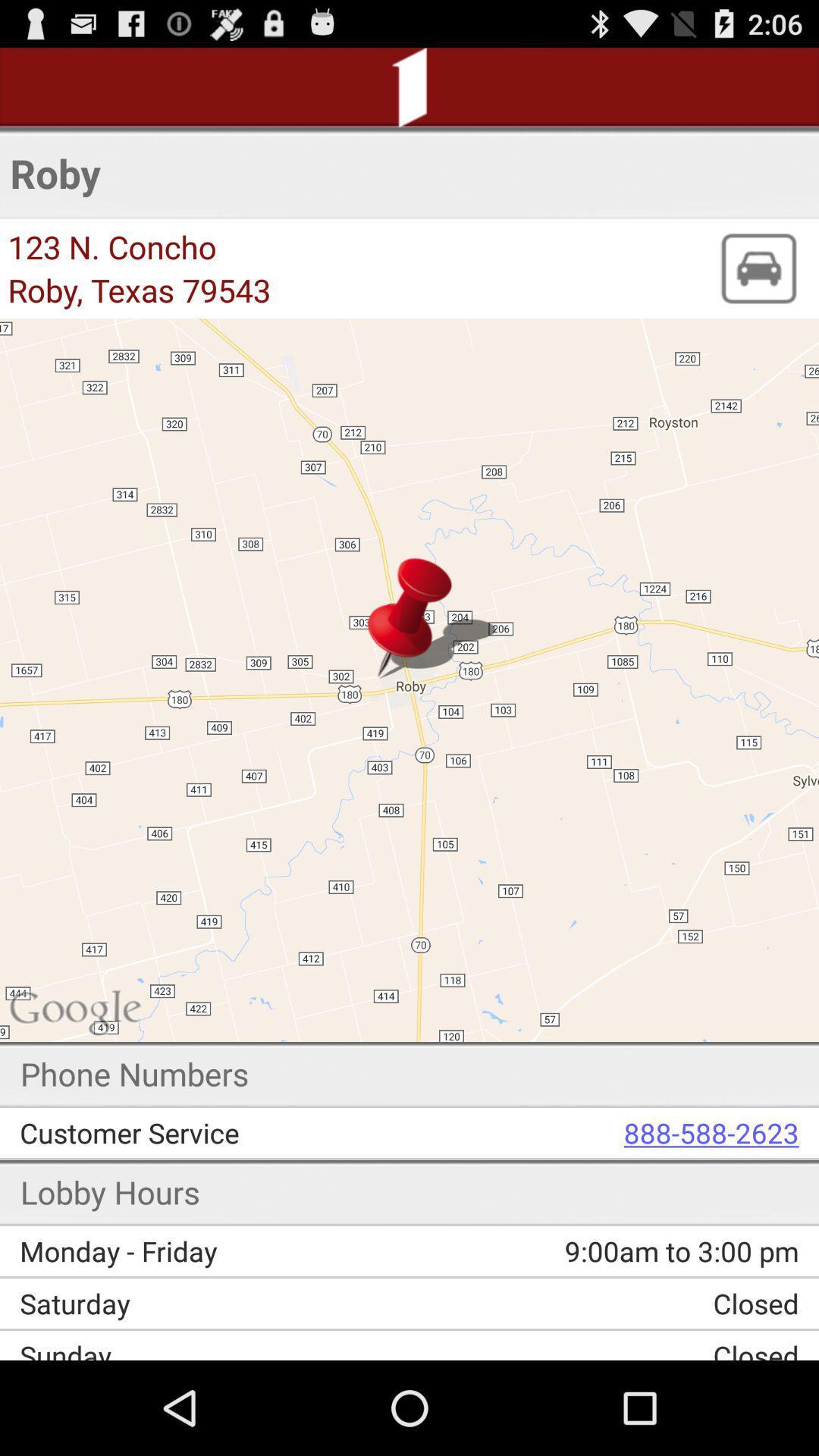 Image resolution: width=819 pixels, height=1456 pixels. I want to click on the icon at the top right corner, so click(758, 268).